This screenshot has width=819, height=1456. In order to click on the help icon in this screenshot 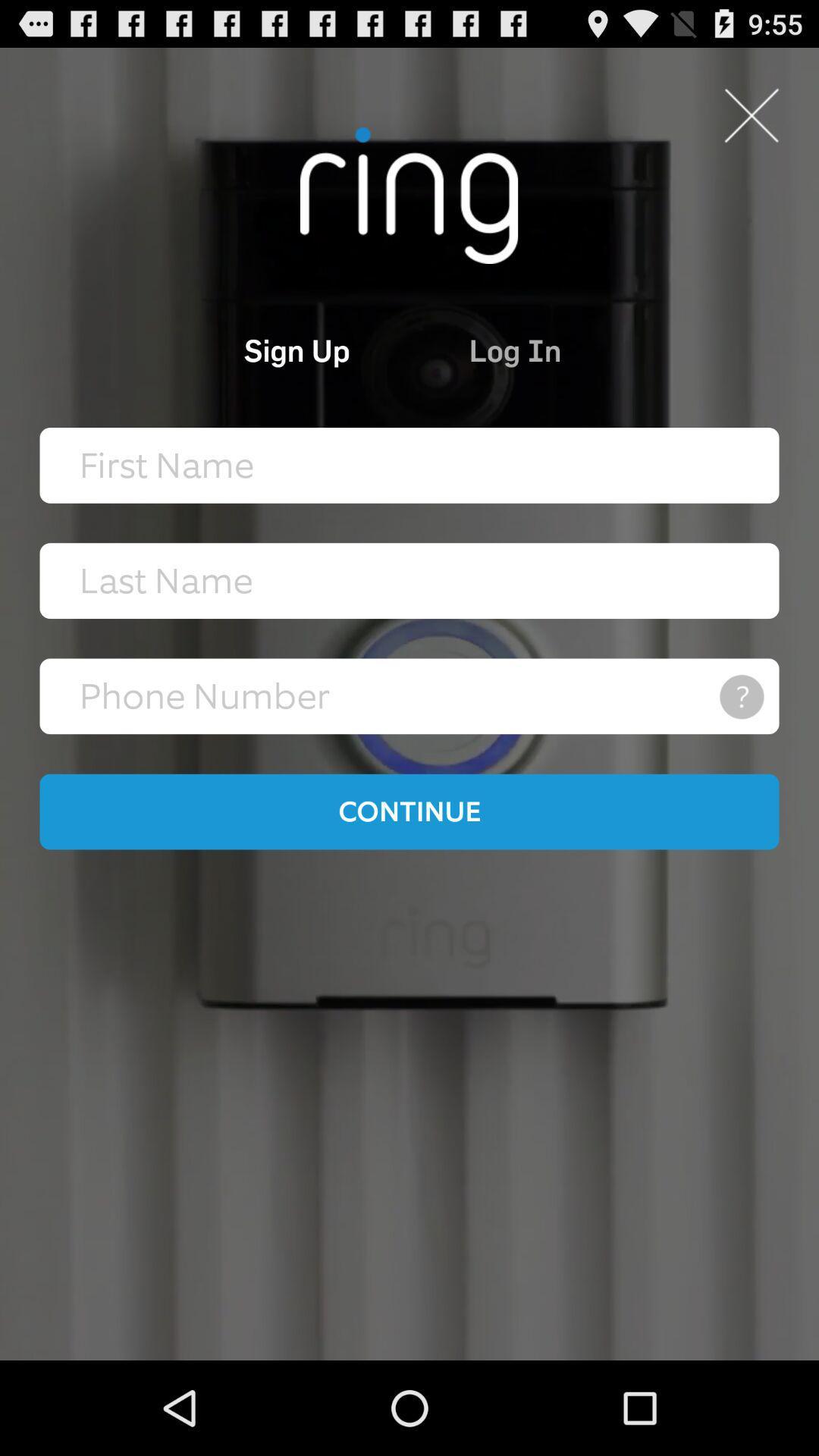, I will do `click(740, 745)`.